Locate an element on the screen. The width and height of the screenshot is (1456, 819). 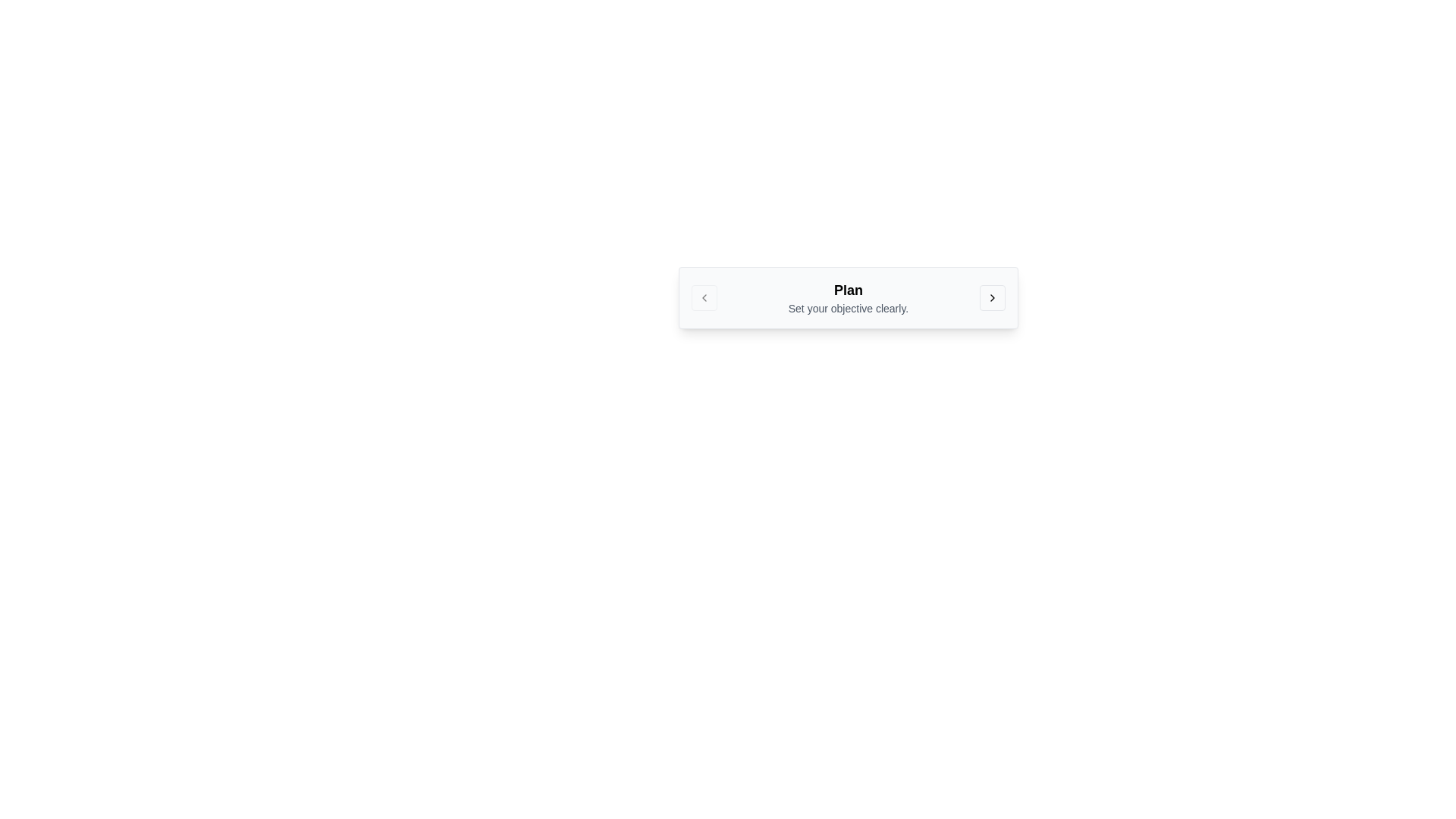
the backward navigation button located to the left of the text 'Plan' in the interface is located at coordinates (704, 298).